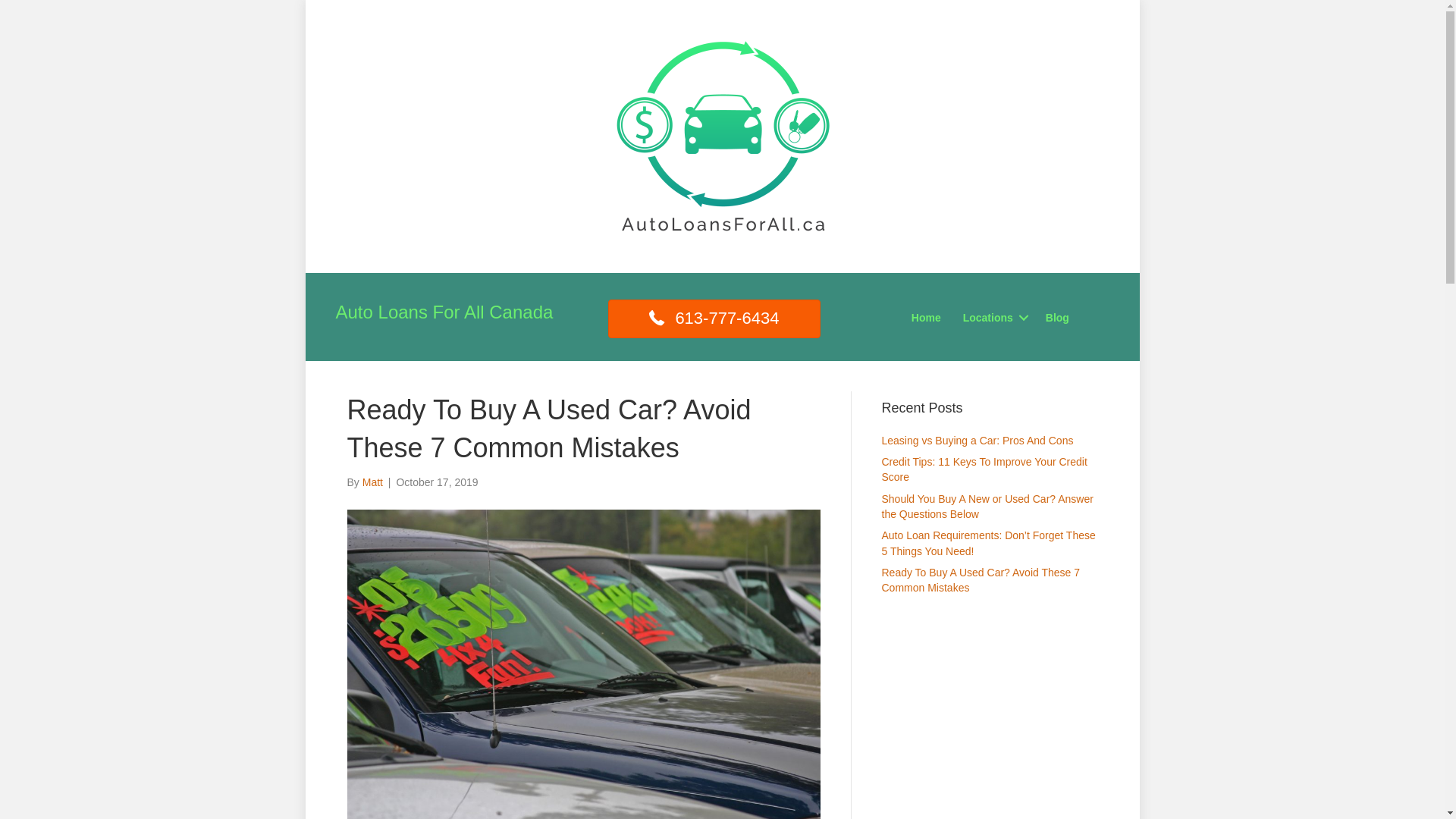 Image resolution: width=1456 pixels, height=819 pixels. Describe the element at coordinates (1056, 317) in the screenshot. I see `'Blog'` at that location.